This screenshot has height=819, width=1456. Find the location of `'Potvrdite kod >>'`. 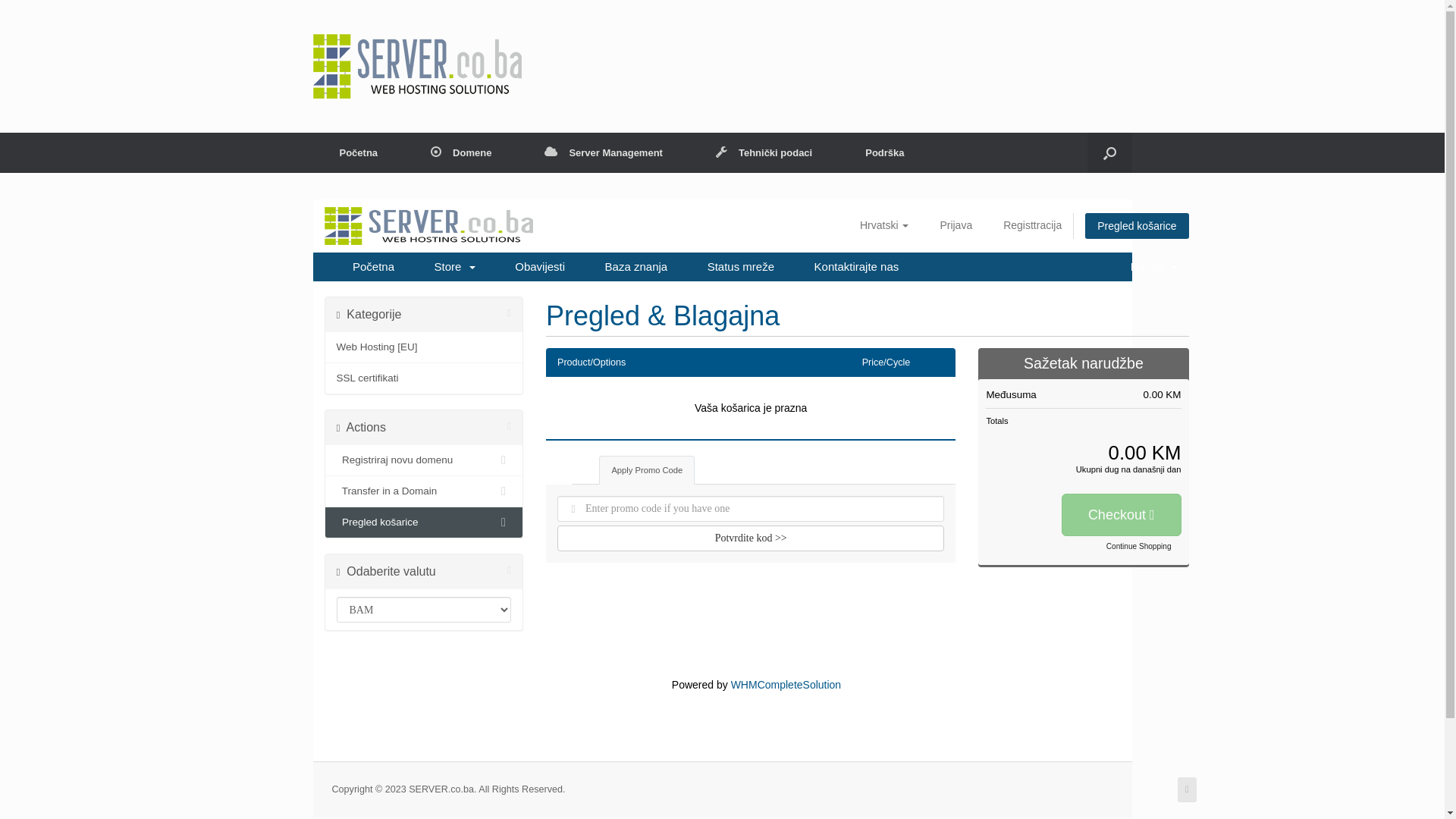

'Potvrdite kod >>' is located at coordinates (750, 537).